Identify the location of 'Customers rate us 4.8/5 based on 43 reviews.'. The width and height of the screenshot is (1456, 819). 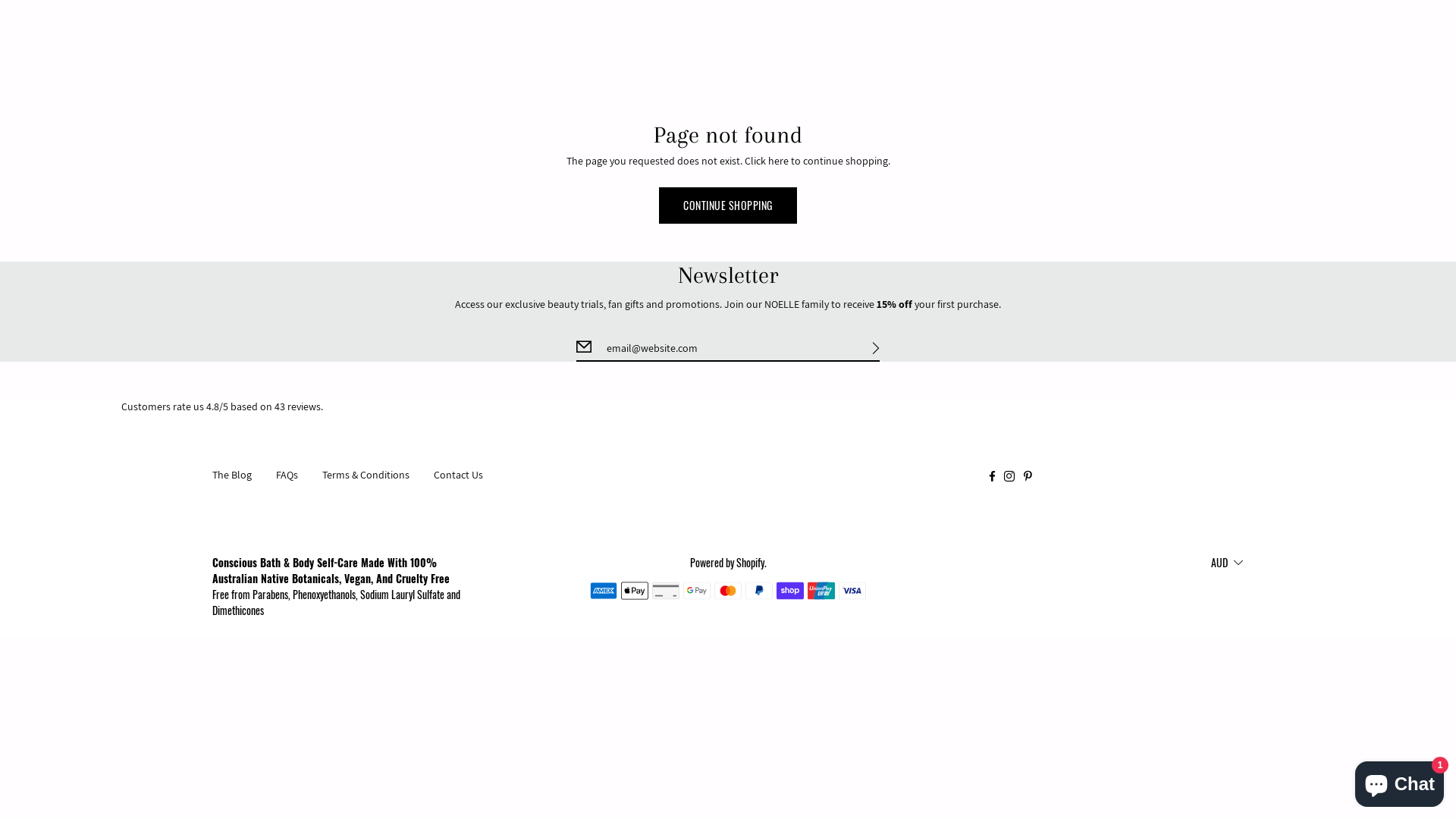
(728, 406).